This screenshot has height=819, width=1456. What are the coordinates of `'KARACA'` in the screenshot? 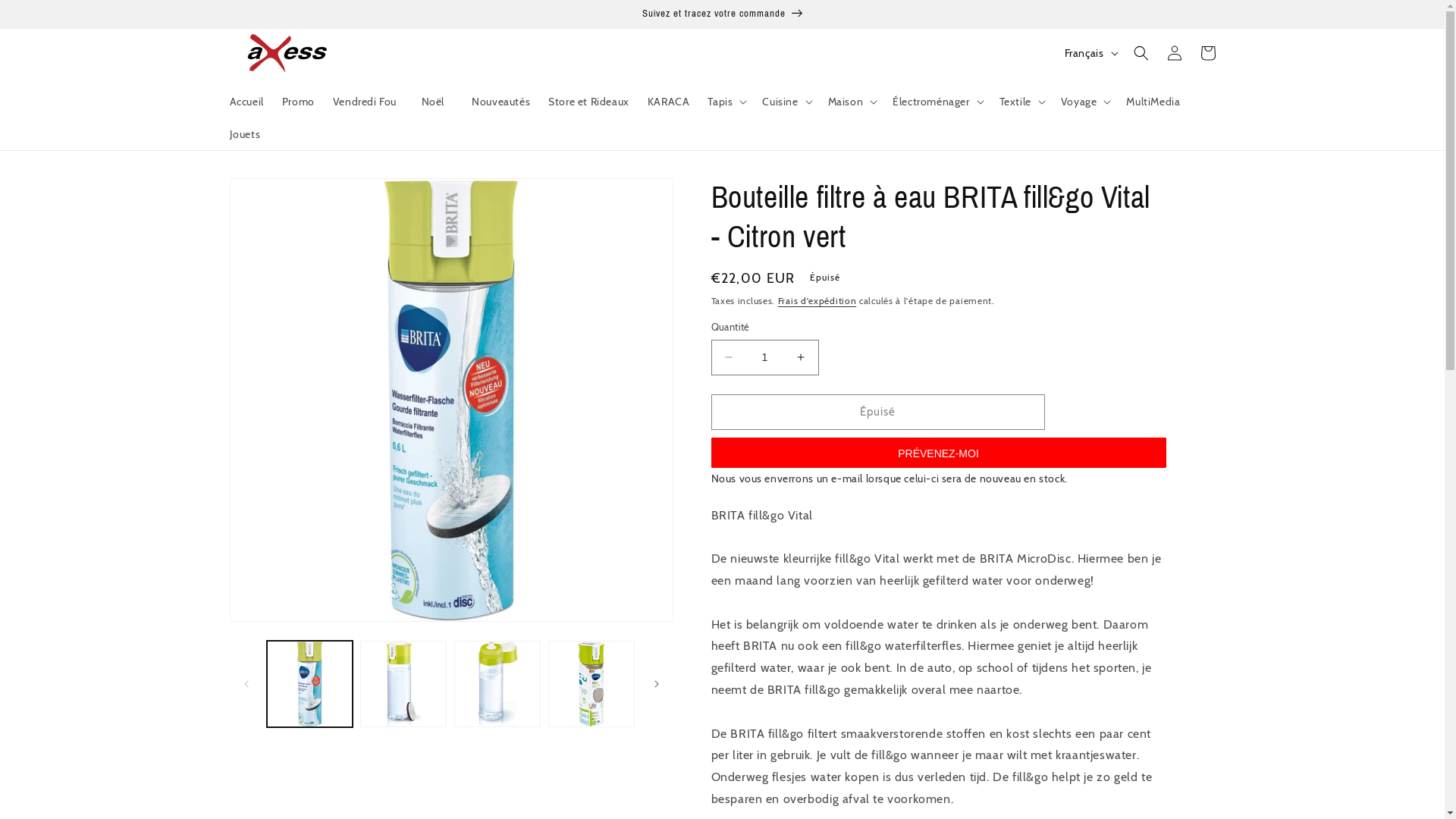 It's located at (668, 102).